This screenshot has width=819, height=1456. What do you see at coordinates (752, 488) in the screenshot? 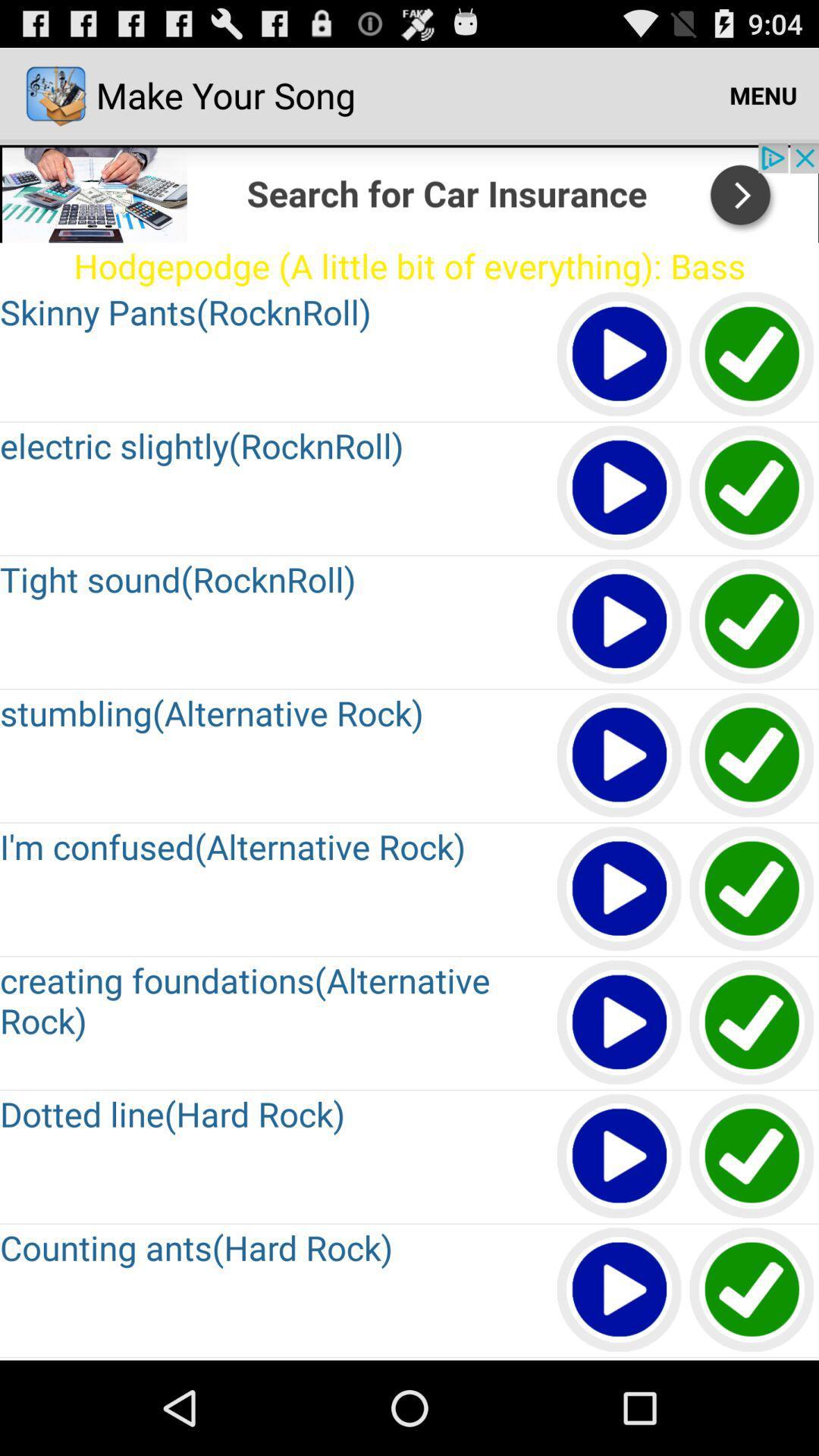
I see `the song` at bounding box center [752, 488].